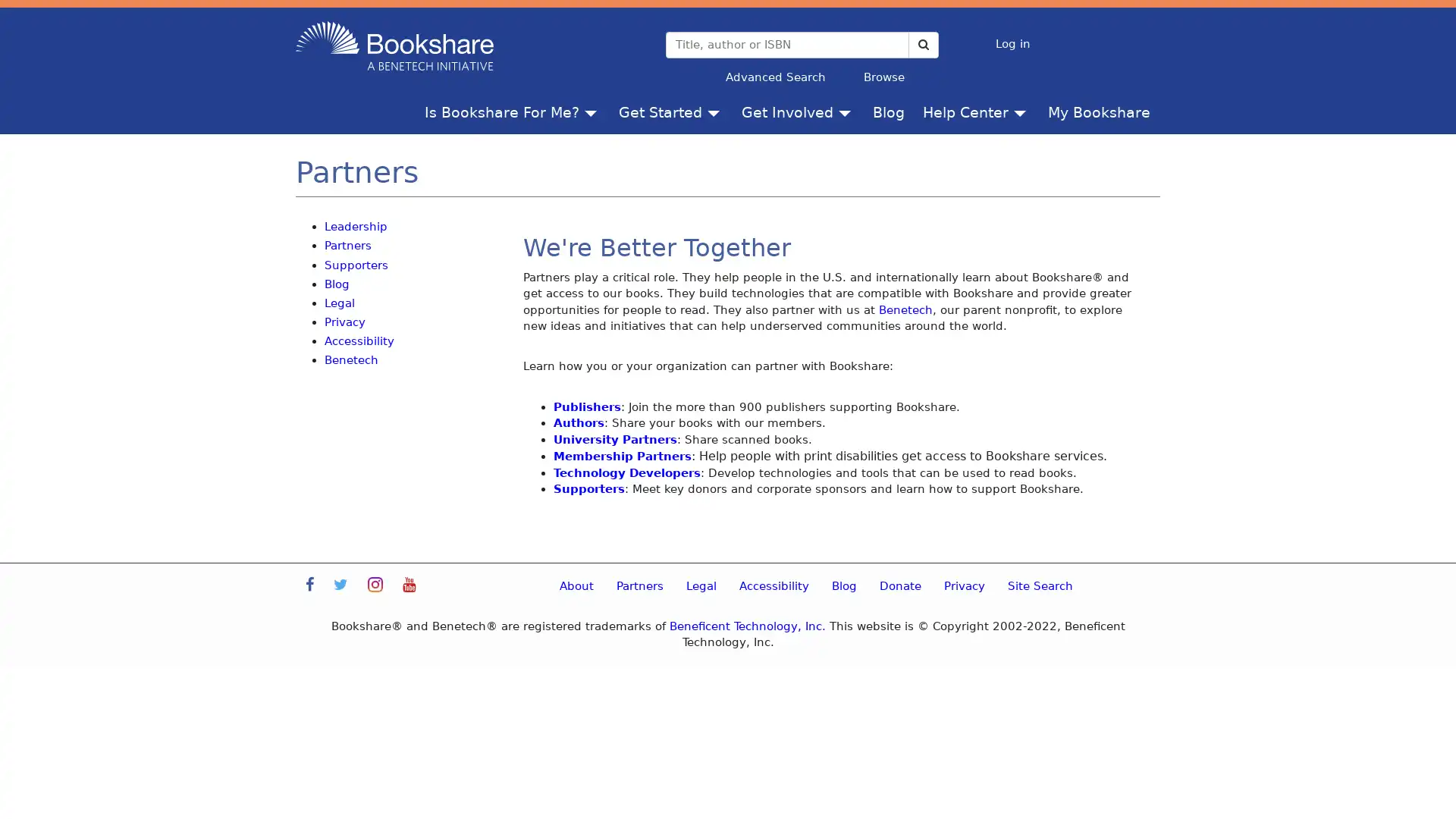 The width and height of the screenshot is (1456, 819). What do you see at coordinates (716, 111) in the screenshot?
I see `Get Started menu` at bounding box center [716, 111].